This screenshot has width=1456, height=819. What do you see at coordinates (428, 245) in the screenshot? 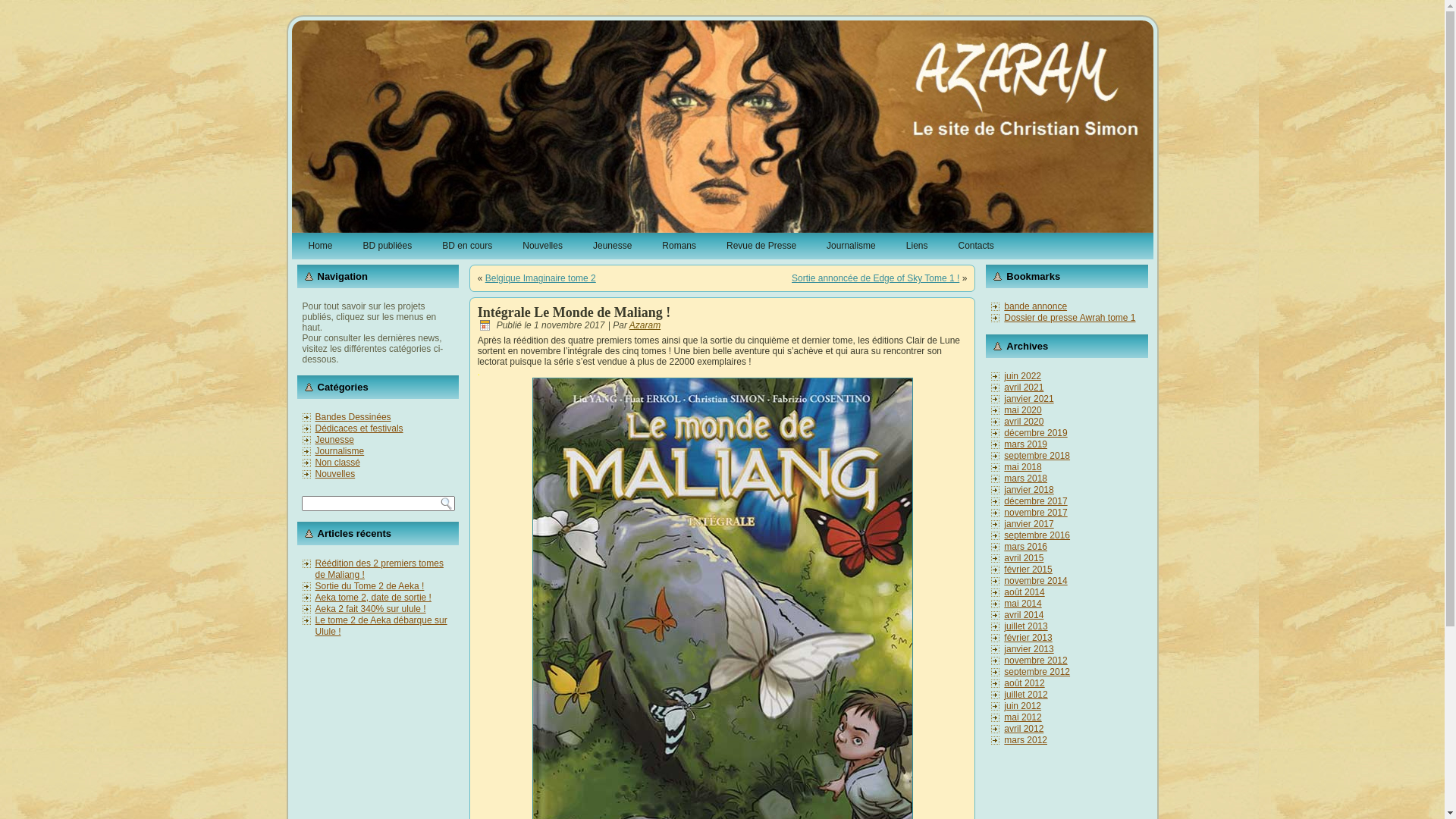
I see `'BD en cours'` at bounding box center [428, 245].